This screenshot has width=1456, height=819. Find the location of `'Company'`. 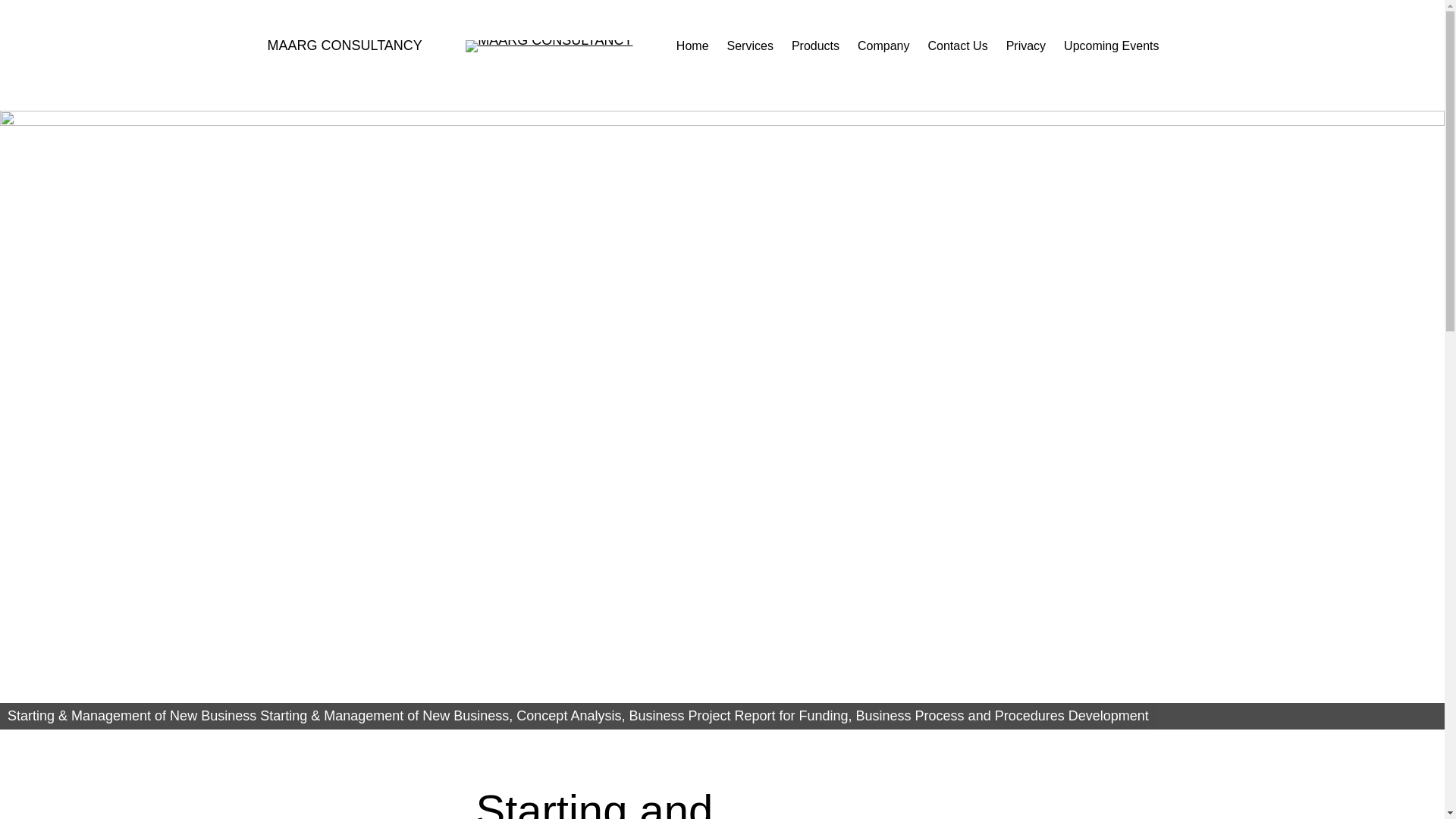

'Company' is located at coordinates (883, 45).